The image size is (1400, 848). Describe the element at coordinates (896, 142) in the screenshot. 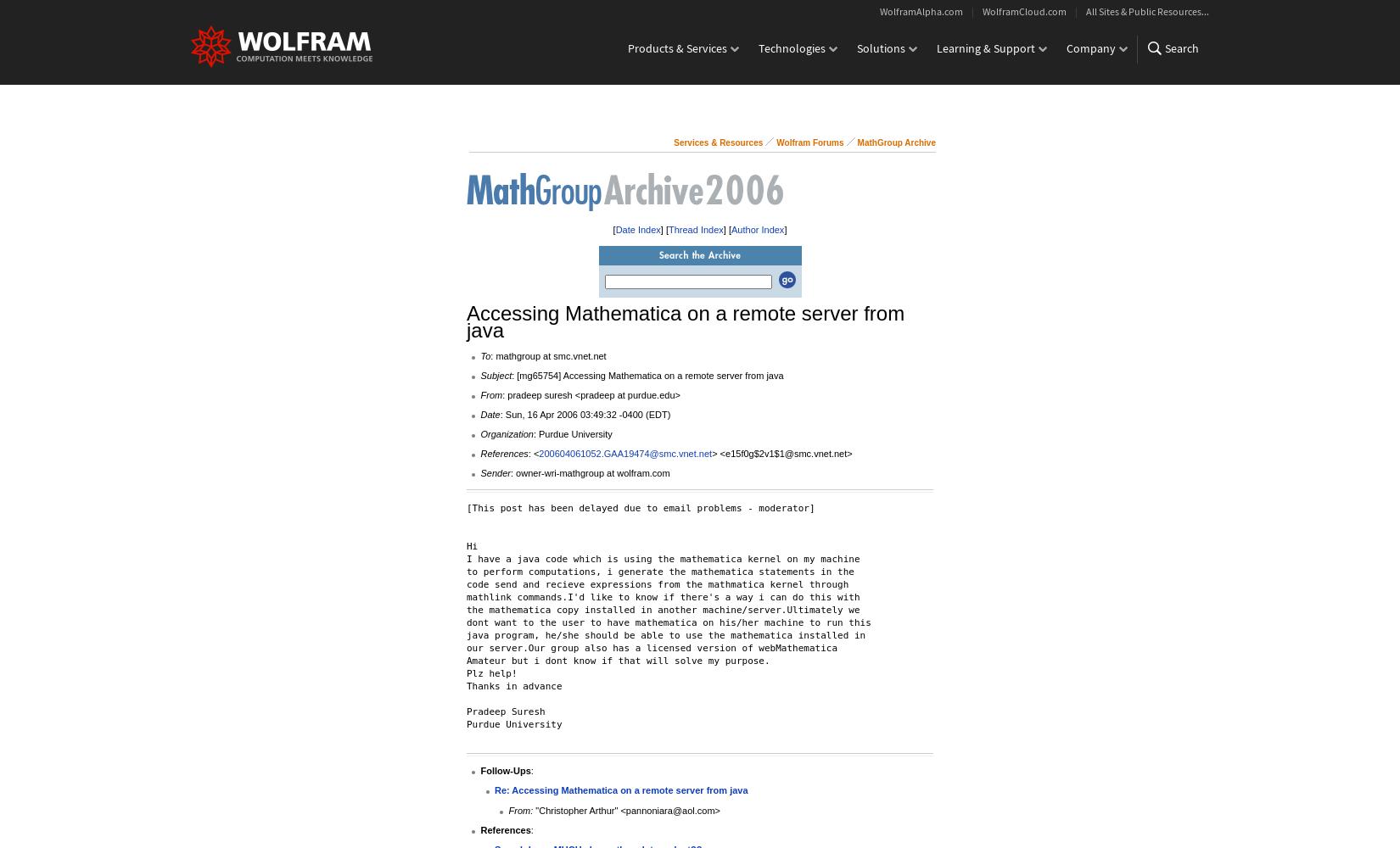

I see `'MathGroup Archive'` at that location.